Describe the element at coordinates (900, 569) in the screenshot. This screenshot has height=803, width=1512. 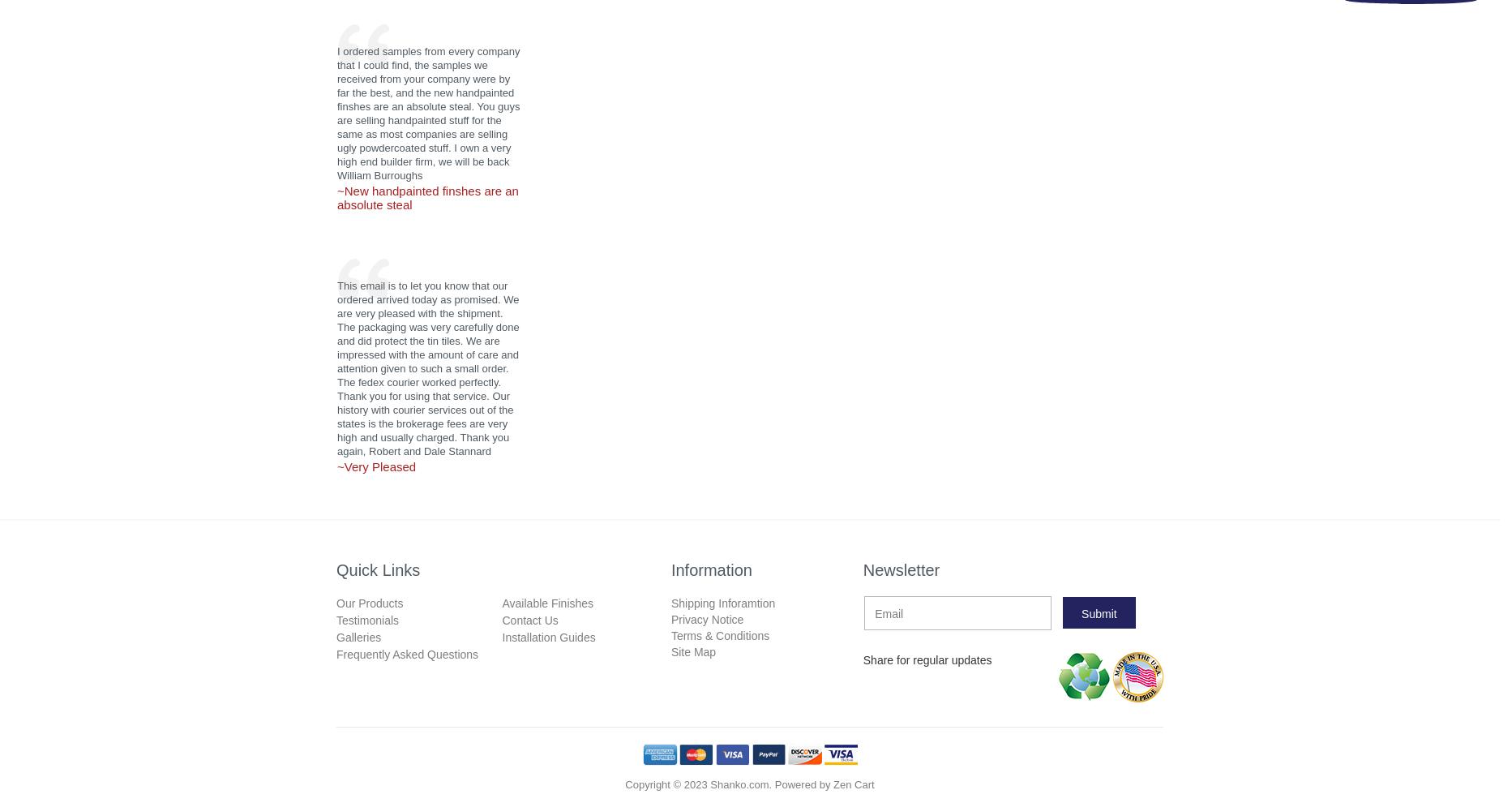
I see `'Newsletter'` at that location.